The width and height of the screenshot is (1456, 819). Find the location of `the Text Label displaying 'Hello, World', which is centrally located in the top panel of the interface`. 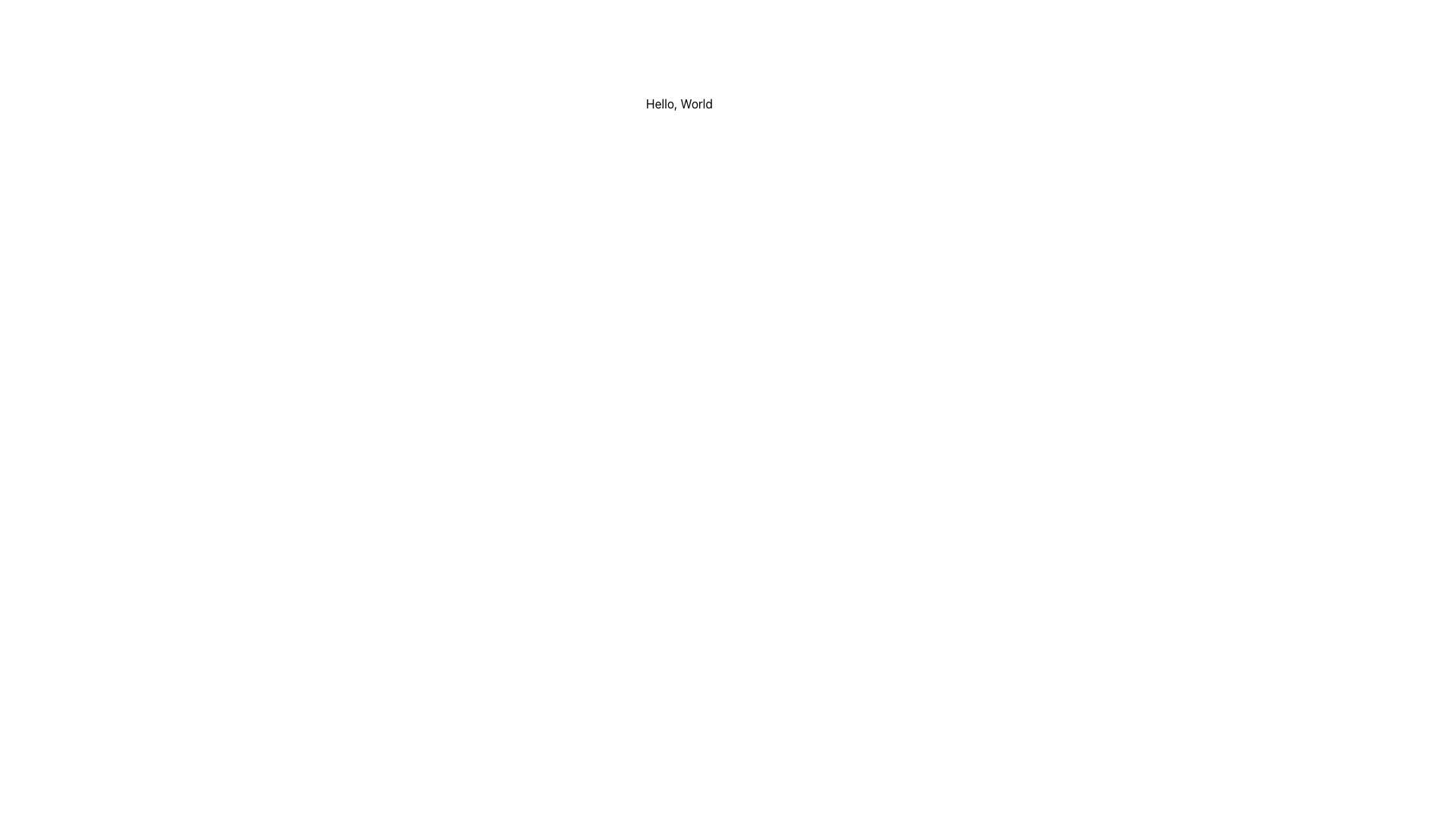

the Text Label displaying 'Hello, World', which is centrally located in the top panel of the interface is located at coordinates (679, 107).